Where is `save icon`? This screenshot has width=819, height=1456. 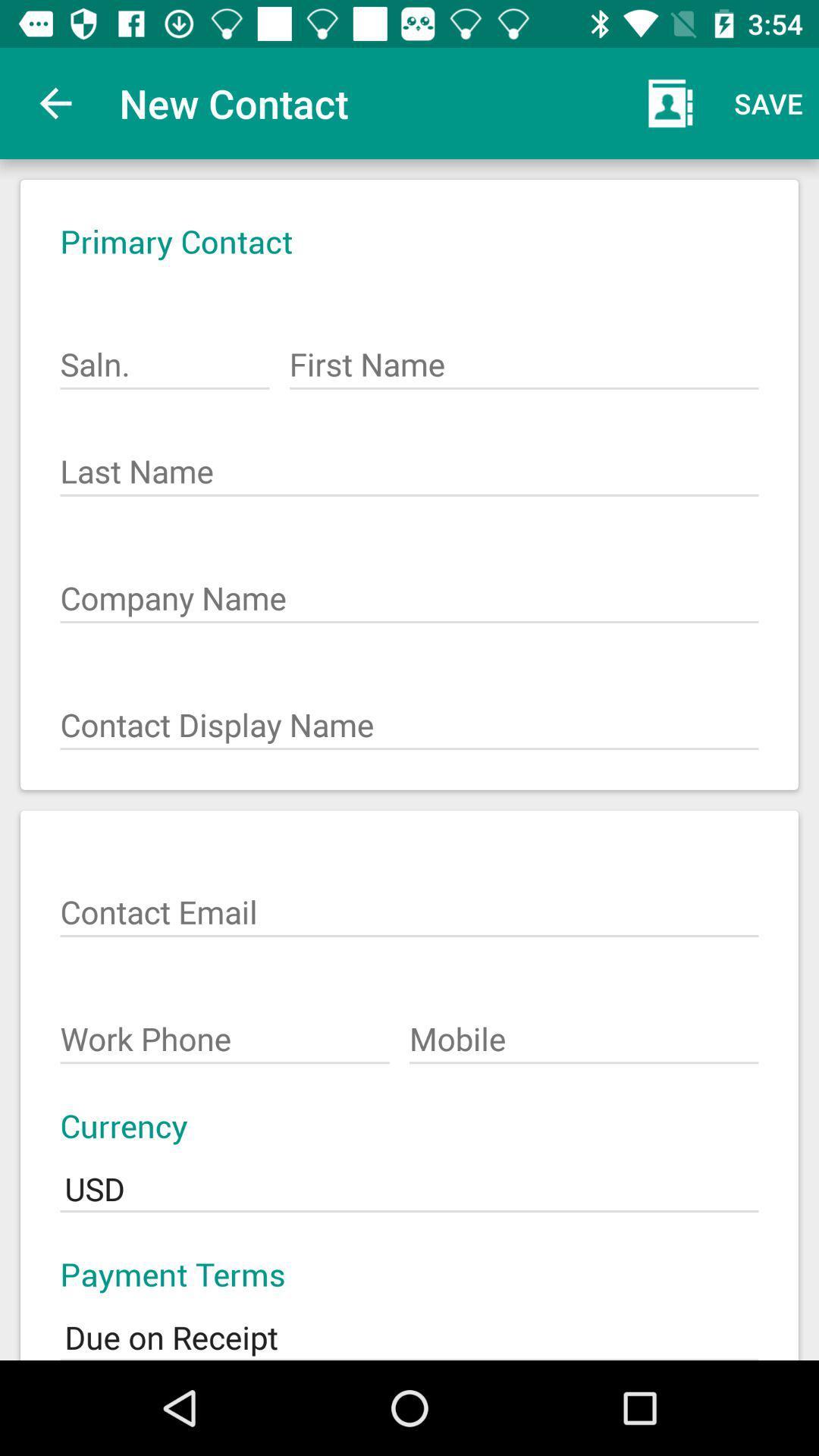 save icon is located at coordinates (768, 102).